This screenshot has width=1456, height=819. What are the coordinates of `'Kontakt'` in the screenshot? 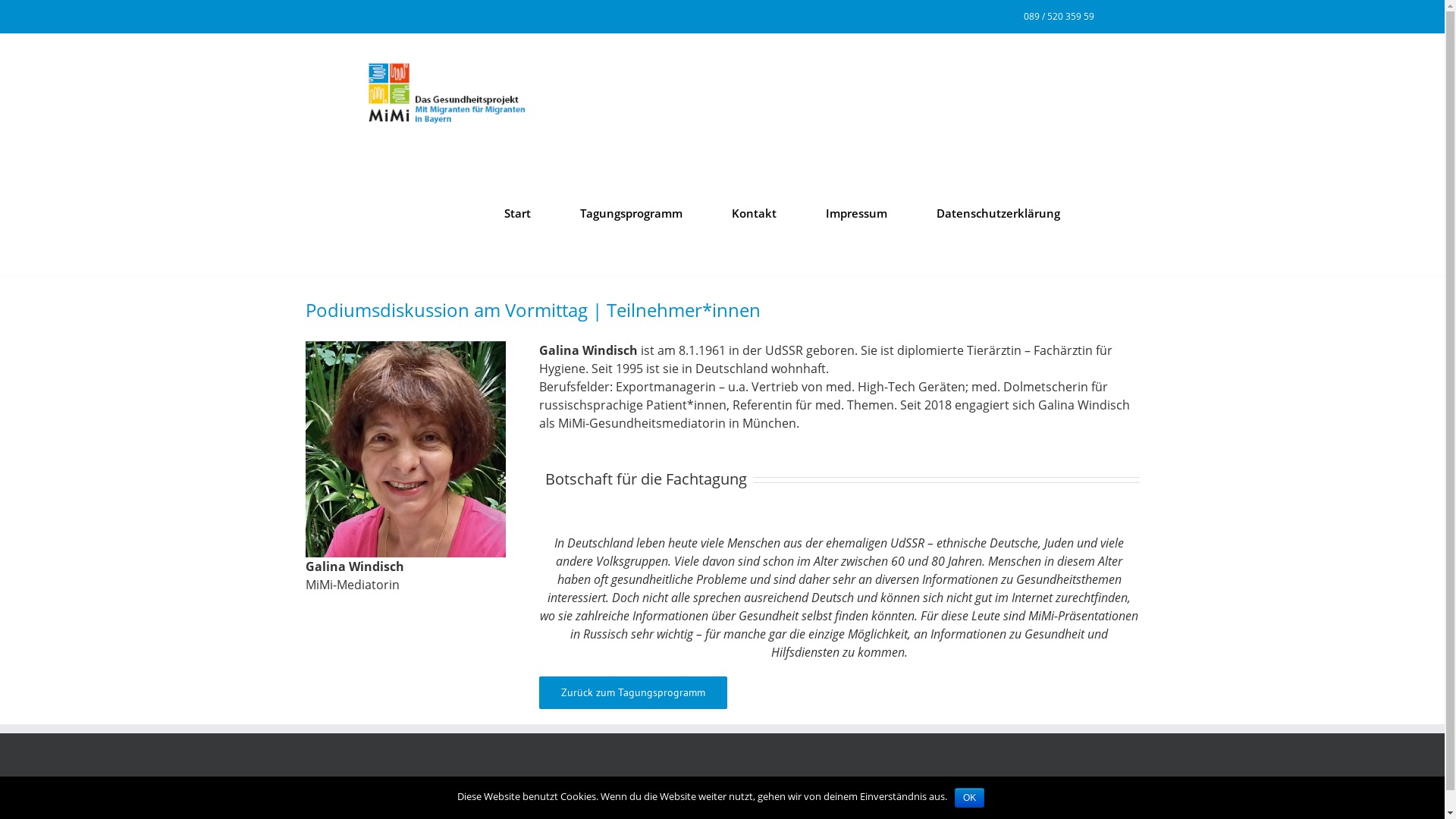 It's located at (753, 213).